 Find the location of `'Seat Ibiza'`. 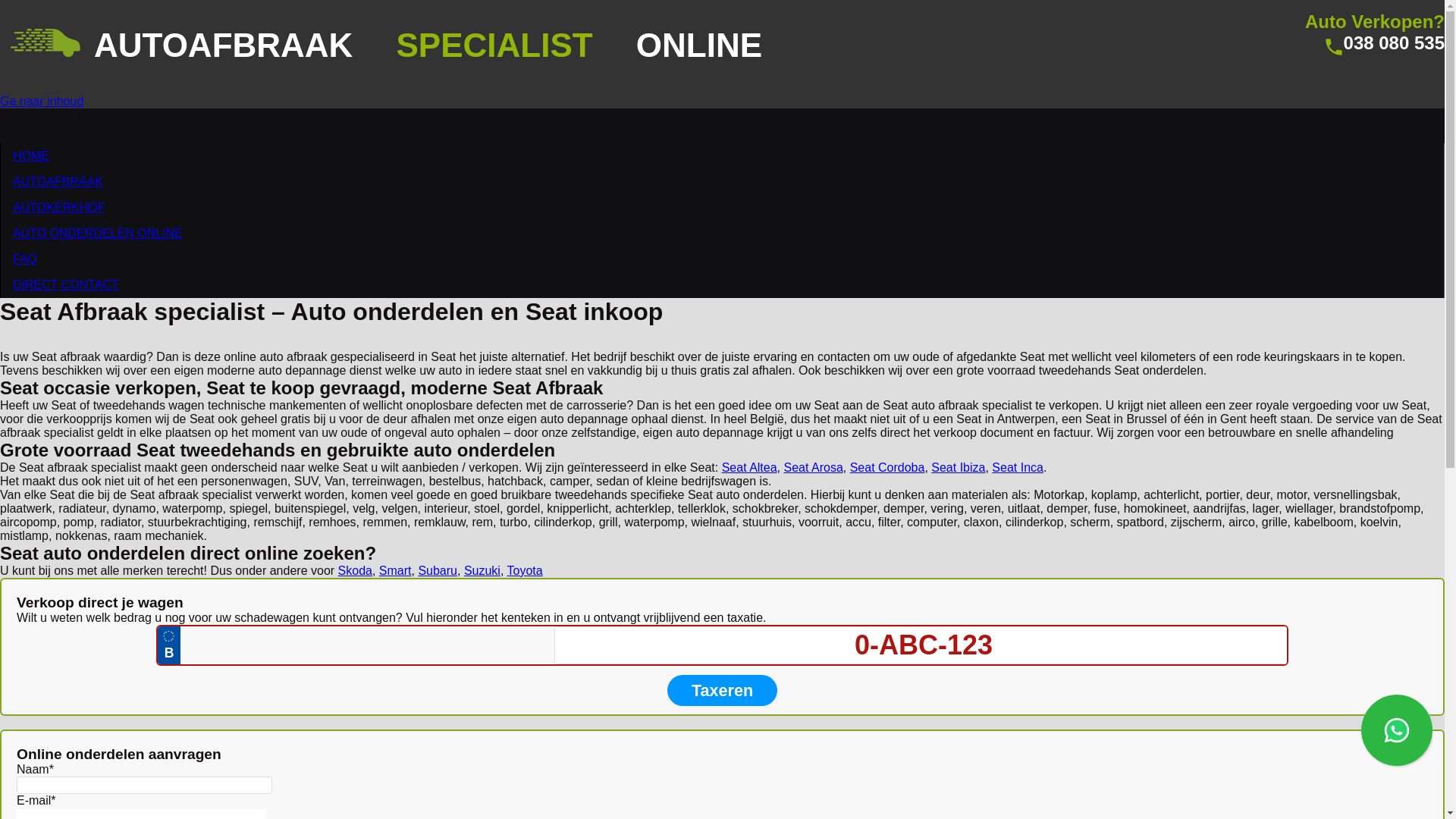

'Seat Ibiza' is located at coordinates (930, 466).